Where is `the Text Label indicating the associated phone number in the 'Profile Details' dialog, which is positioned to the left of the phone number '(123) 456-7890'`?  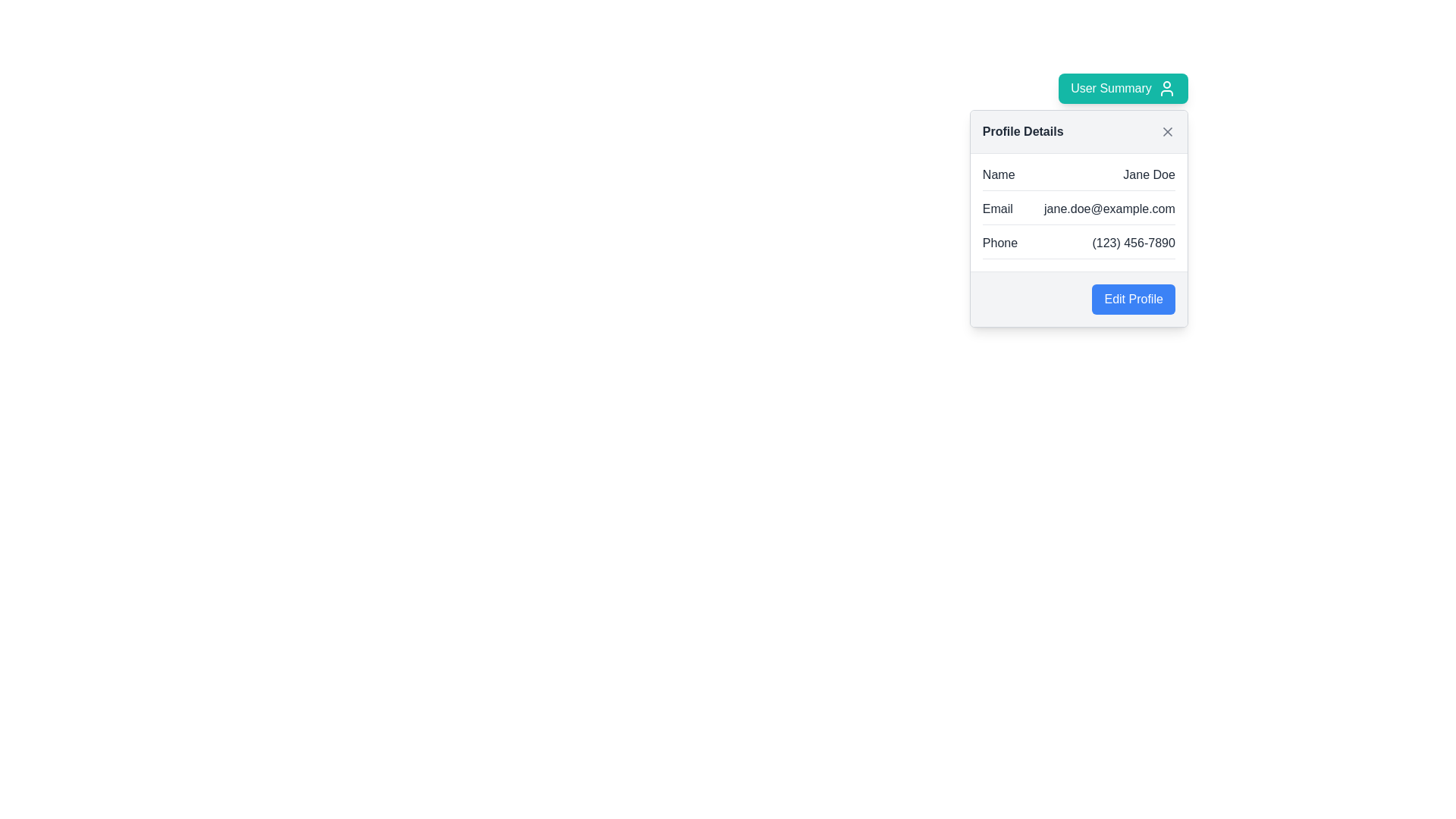
the Text Label indicating the associated phone number in the 'Profile Details' dialog, which is positioned to the left of the phone number '(123) 456-7890' is located at coordinates (1000, 242).